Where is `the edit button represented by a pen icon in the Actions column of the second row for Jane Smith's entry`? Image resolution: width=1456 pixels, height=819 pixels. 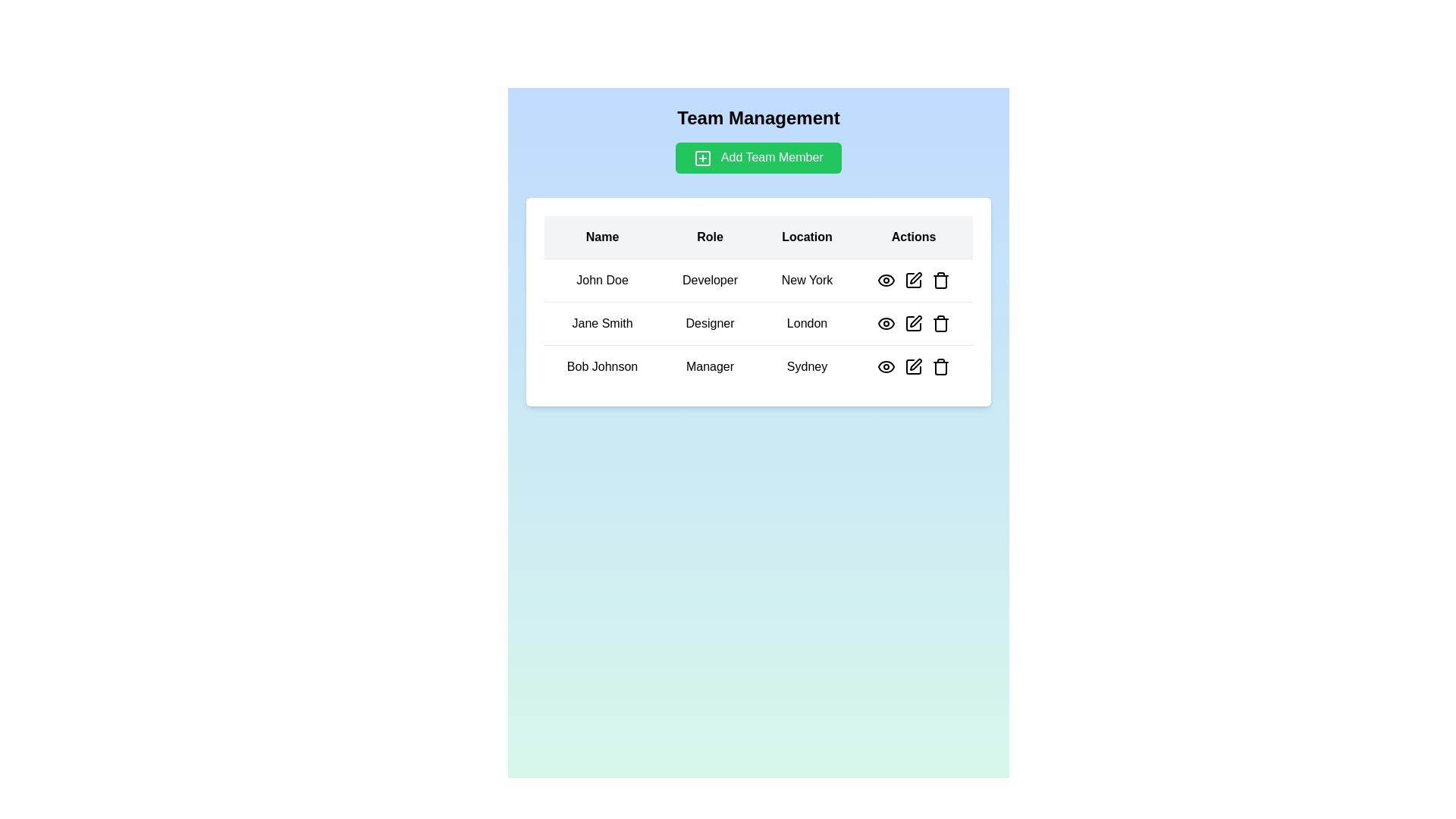
the edit button represented by a pen icon in the Actions column of the second row for Jane Smith's entry is located at coordinates (915, 320).